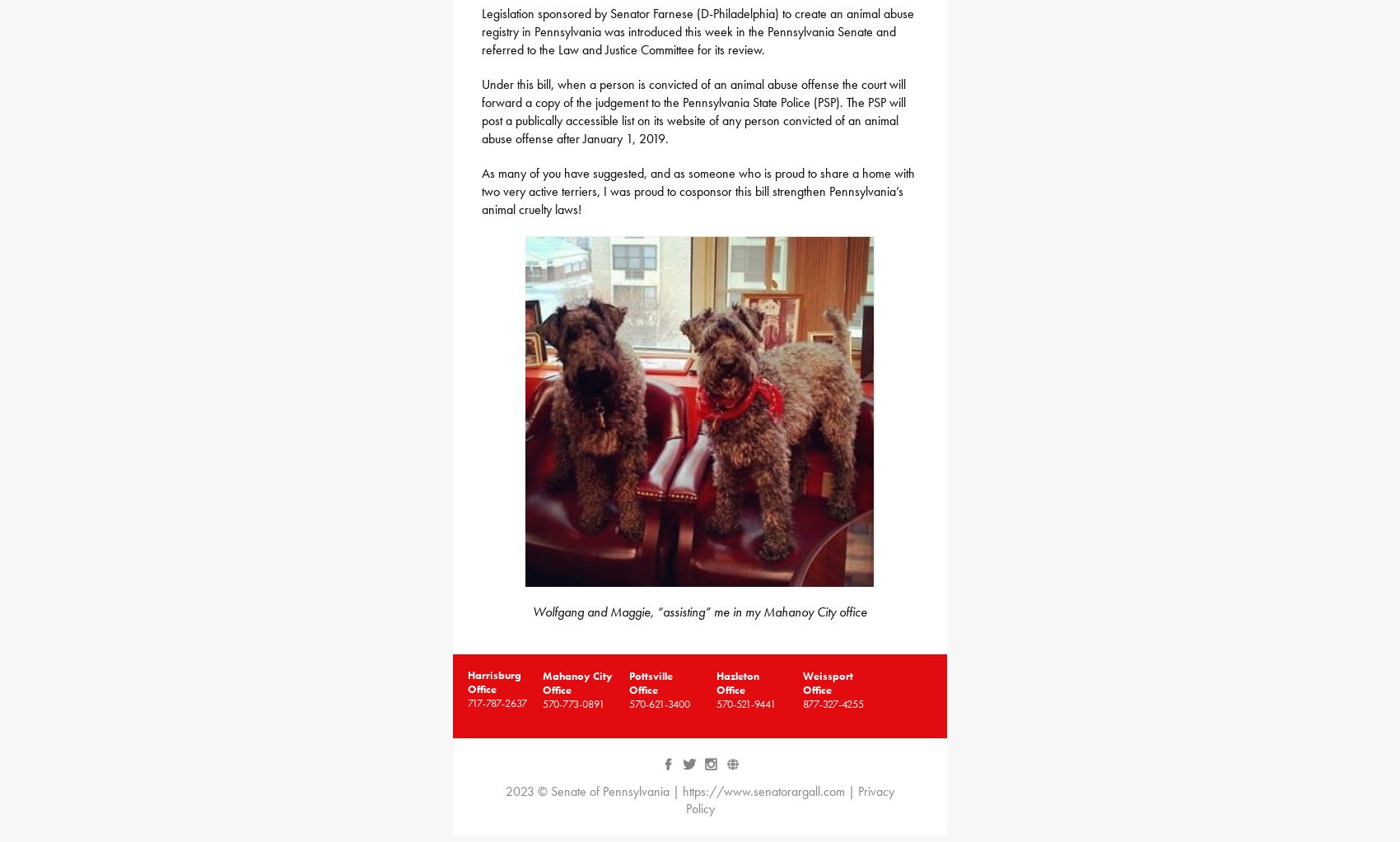  What do you see at coordinates (594, 791) in the screenshot?
I see `'2023 © Senate of Pennsylvania |'` at bounding box center [594, 791].